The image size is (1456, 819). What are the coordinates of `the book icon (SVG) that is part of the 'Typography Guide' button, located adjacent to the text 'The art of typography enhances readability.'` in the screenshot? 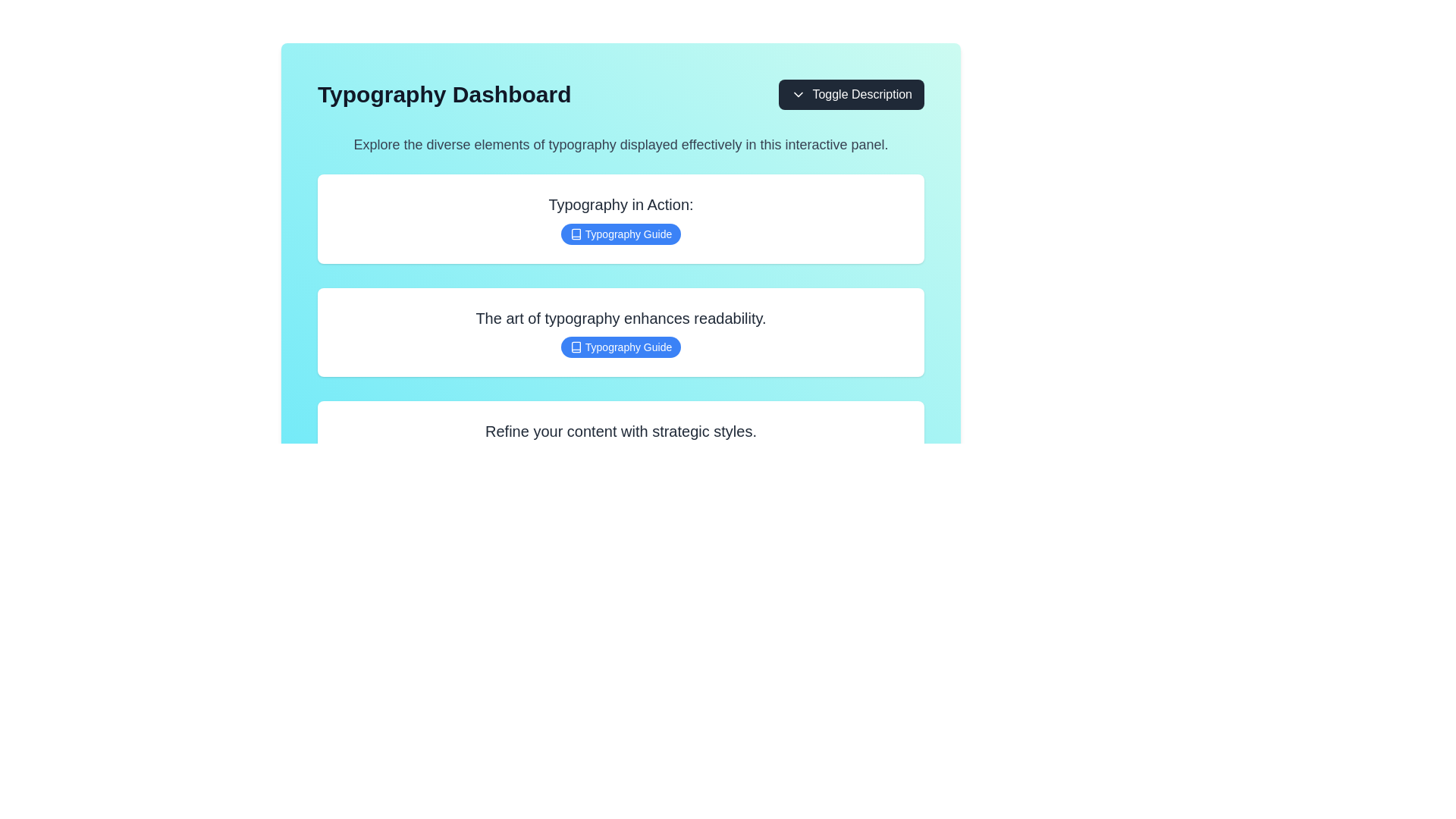 It's located at (575, 347).